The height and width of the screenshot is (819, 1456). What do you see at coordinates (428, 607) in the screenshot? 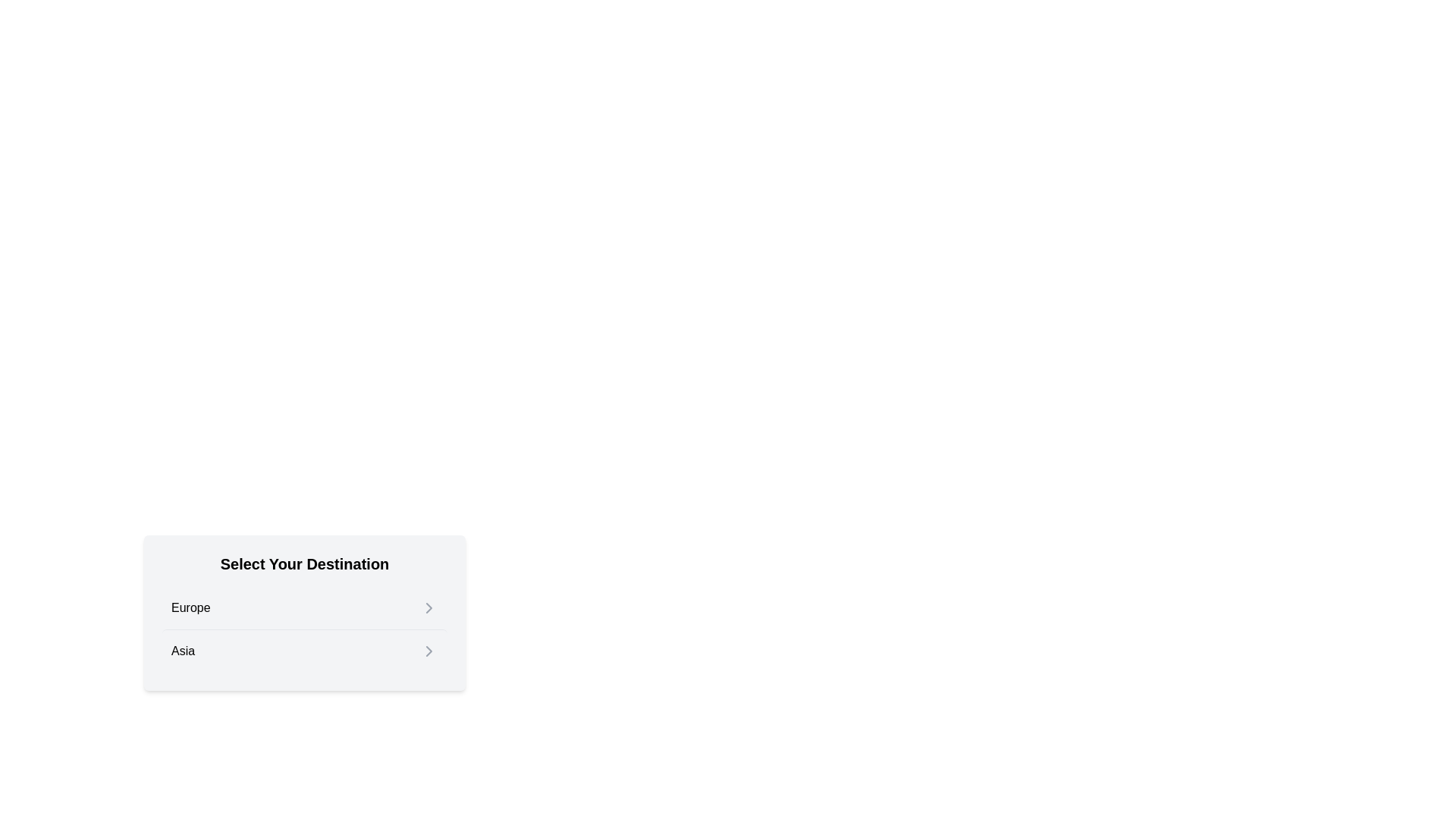
I see `the chevron button at the end of the 'Europe' row` at bounding box center [428, 607].